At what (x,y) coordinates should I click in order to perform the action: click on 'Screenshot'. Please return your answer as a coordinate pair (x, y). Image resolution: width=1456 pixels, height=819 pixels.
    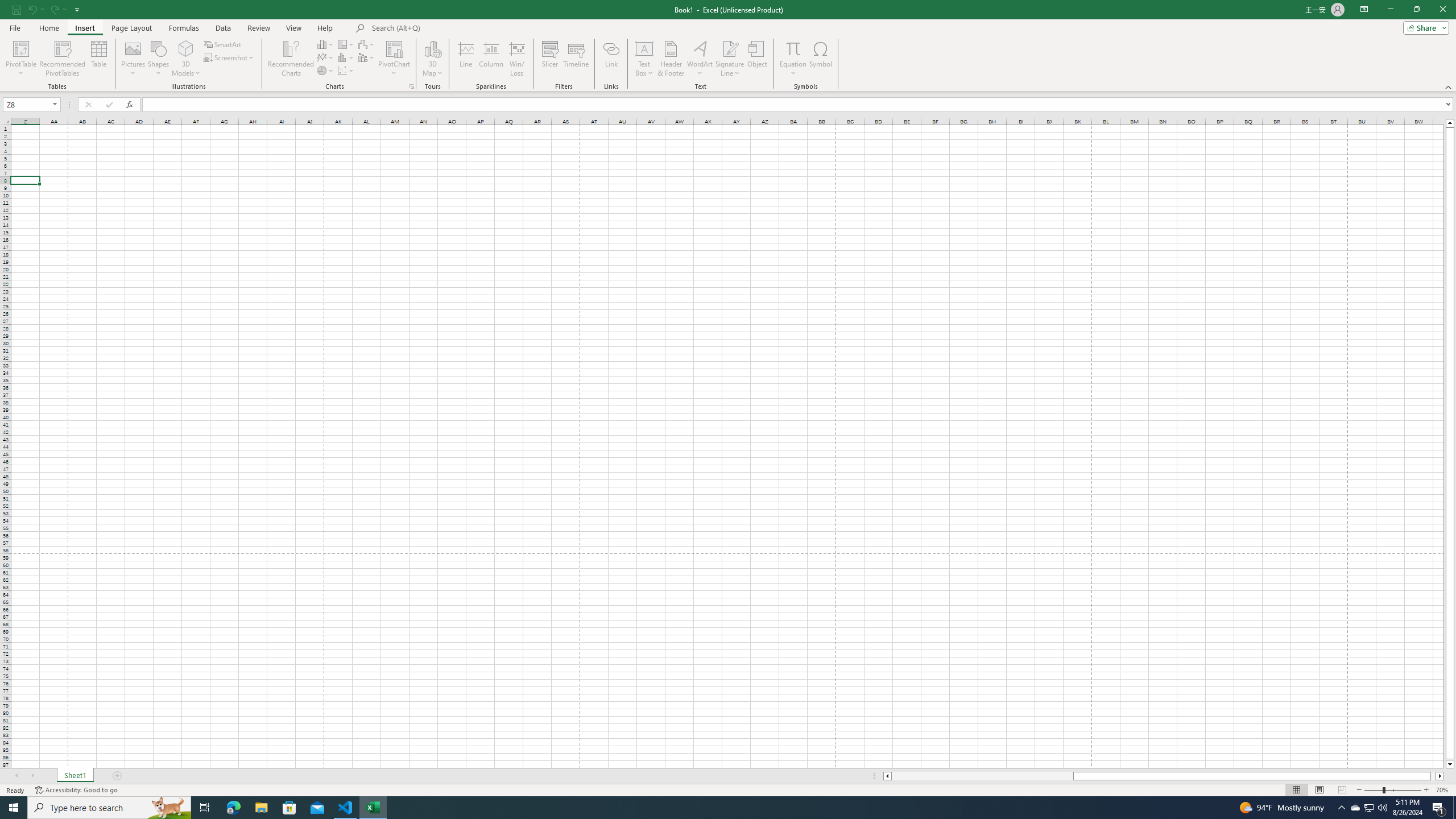
    Looking at the image, I should click on (229, 56).